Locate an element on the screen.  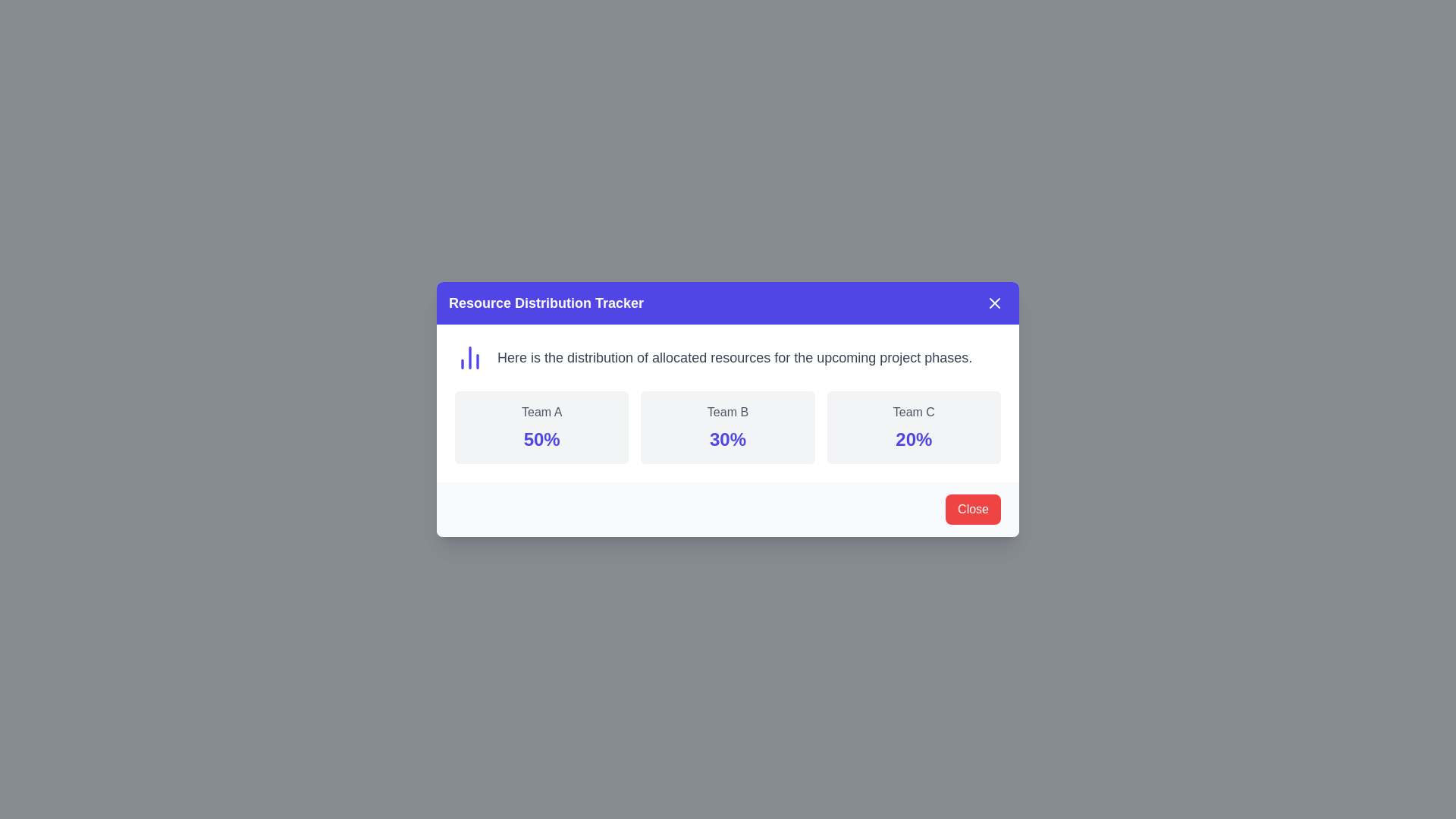
the 'X' icon button in the top-right corner of the modal dialog header is located at coordinates (994, 303).